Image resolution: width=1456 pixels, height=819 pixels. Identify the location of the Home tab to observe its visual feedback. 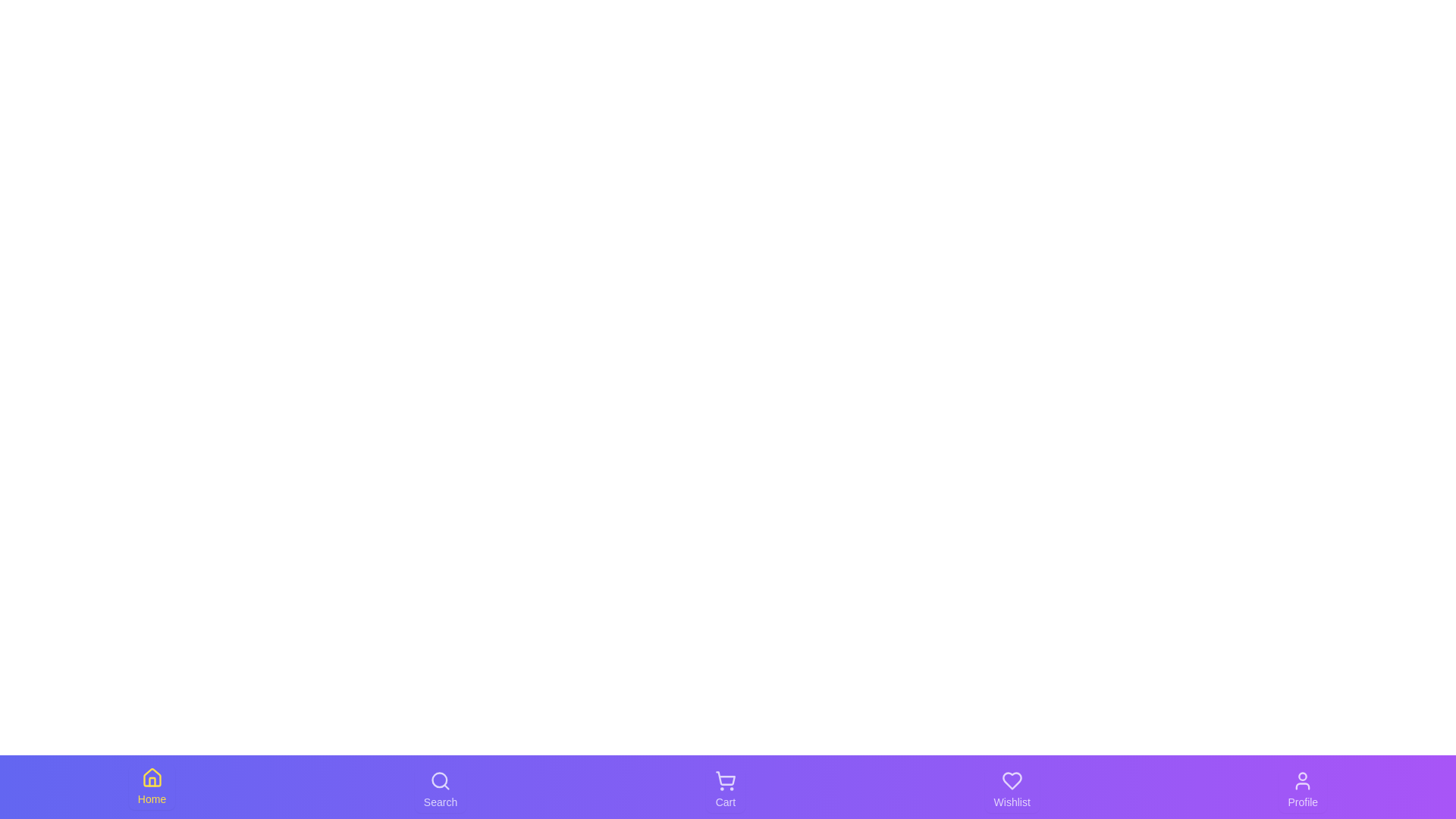
(152, 786).